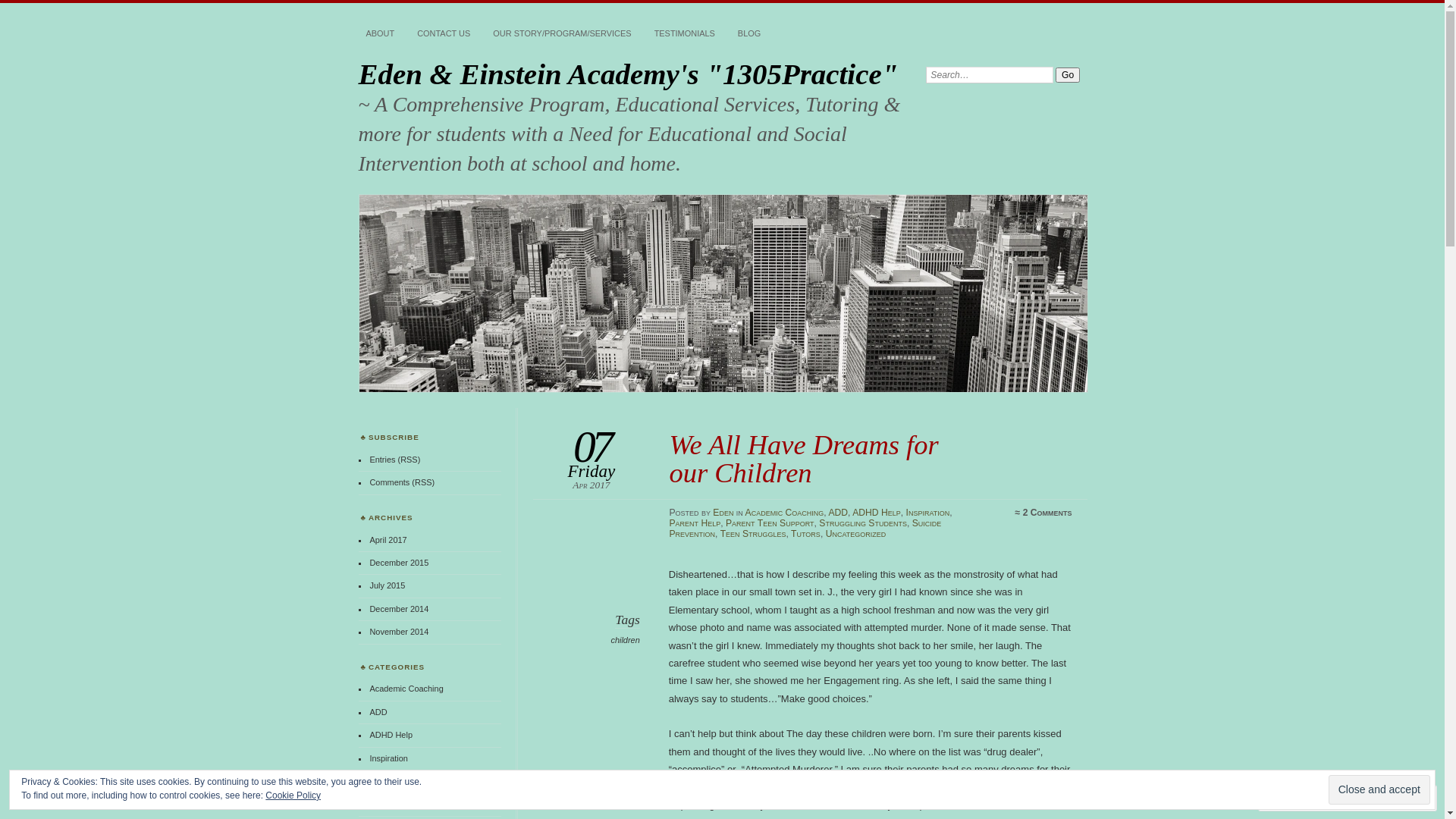 This screenshot has width=1456, height=819. I want to click on 'CONTACT US', so click(443, 34).